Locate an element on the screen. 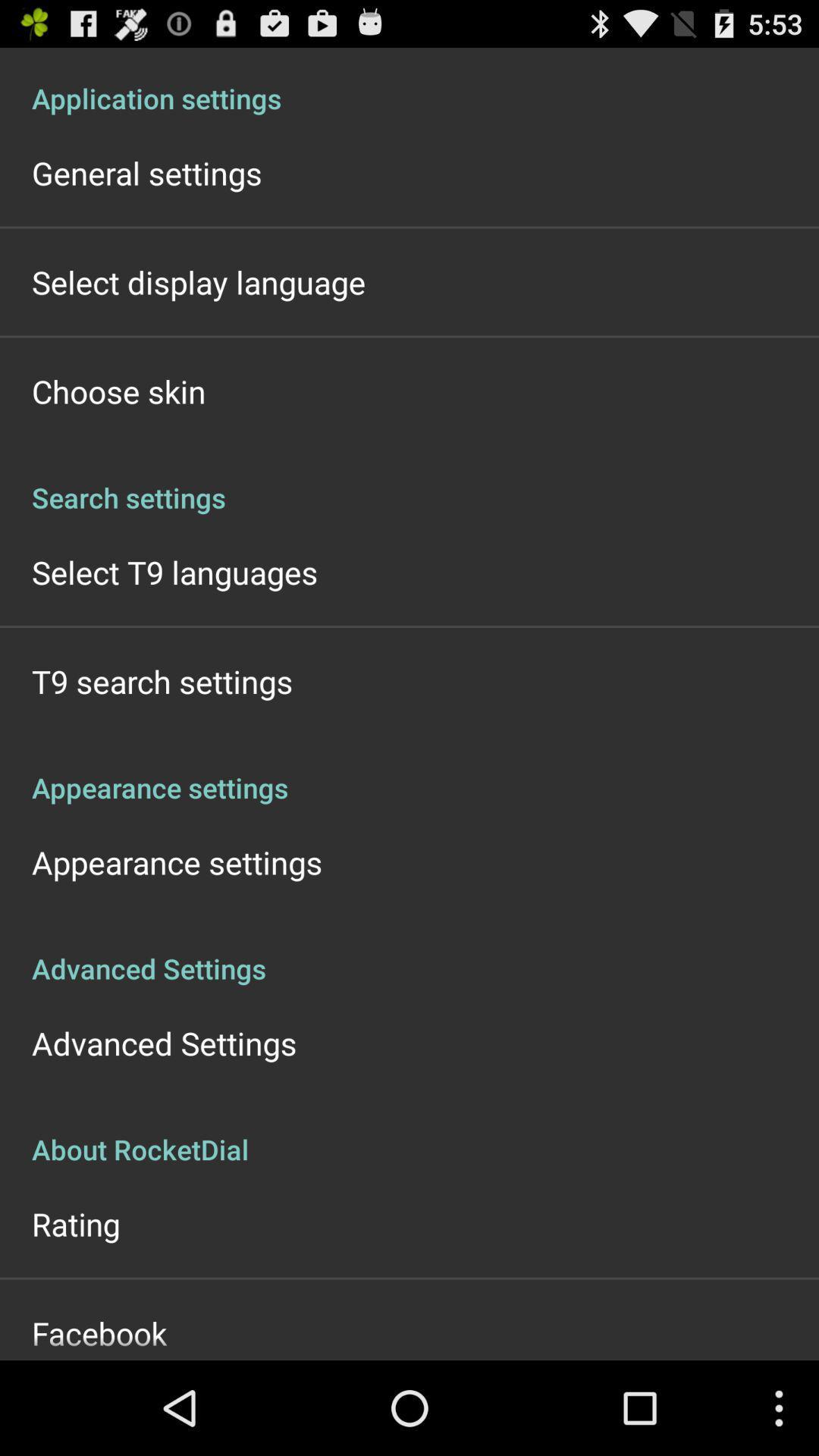  the icon above choose skin is located at coordinates (198, 282).